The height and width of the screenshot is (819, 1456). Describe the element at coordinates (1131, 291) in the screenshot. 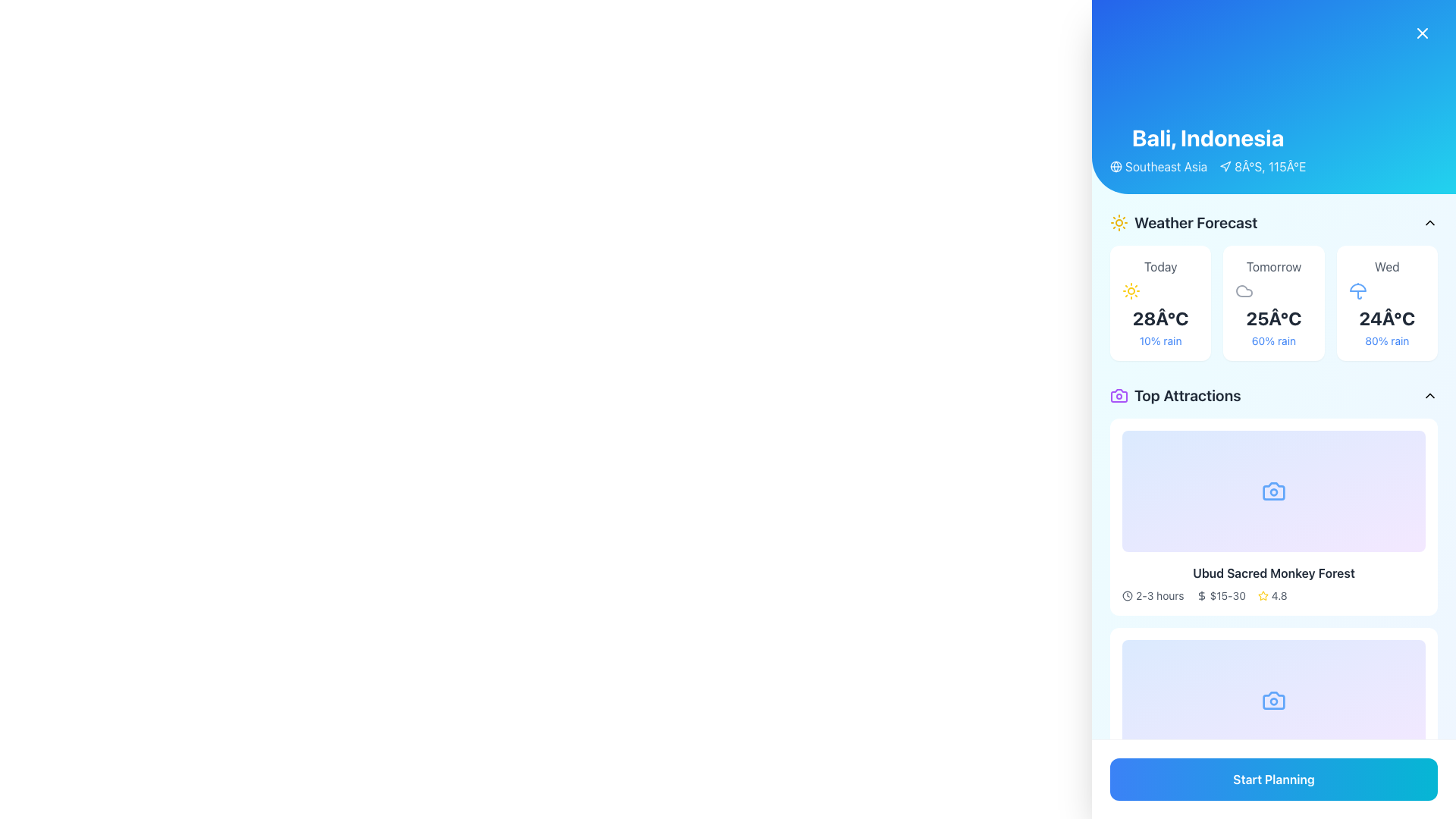

I see `the leftmost weather icon that indicates today's sunny weather forecast in the 'Weather Forecast' section` at that location.